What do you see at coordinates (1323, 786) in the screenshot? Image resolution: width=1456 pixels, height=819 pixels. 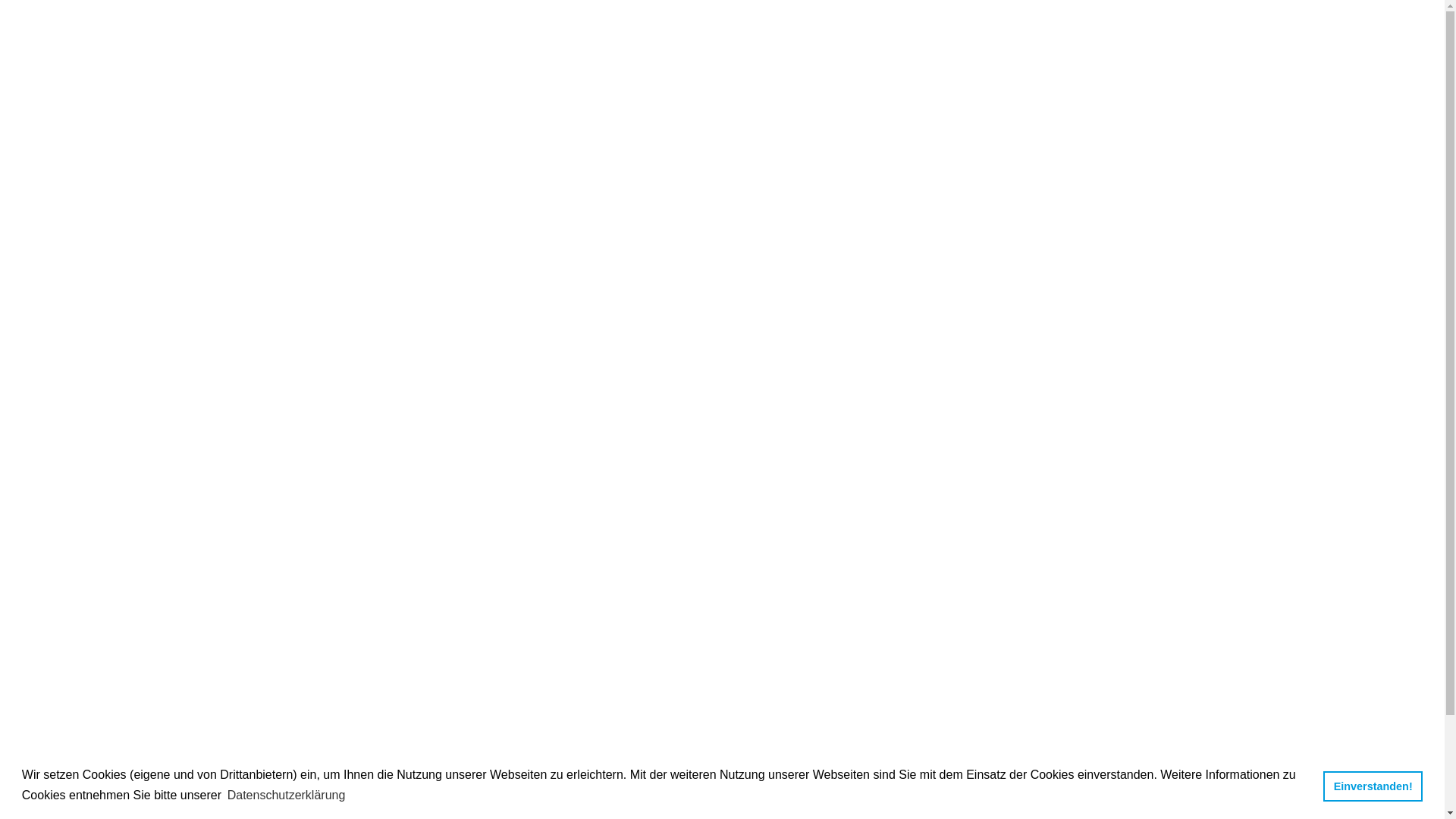 I see `'Einverstanden!'` at bounding box center [1323, 786].